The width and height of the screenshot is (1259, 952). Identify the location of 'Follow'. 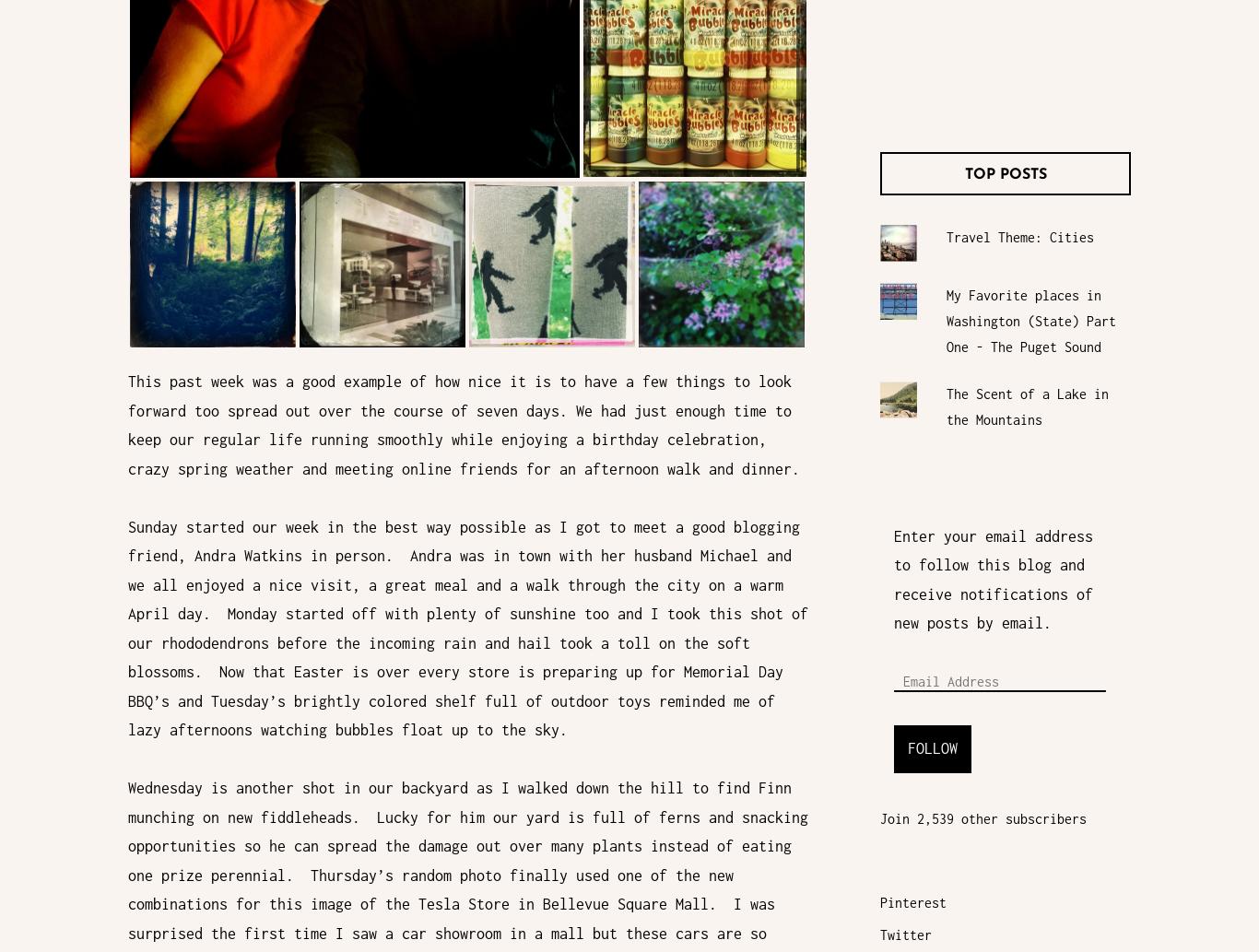
(908, 748).